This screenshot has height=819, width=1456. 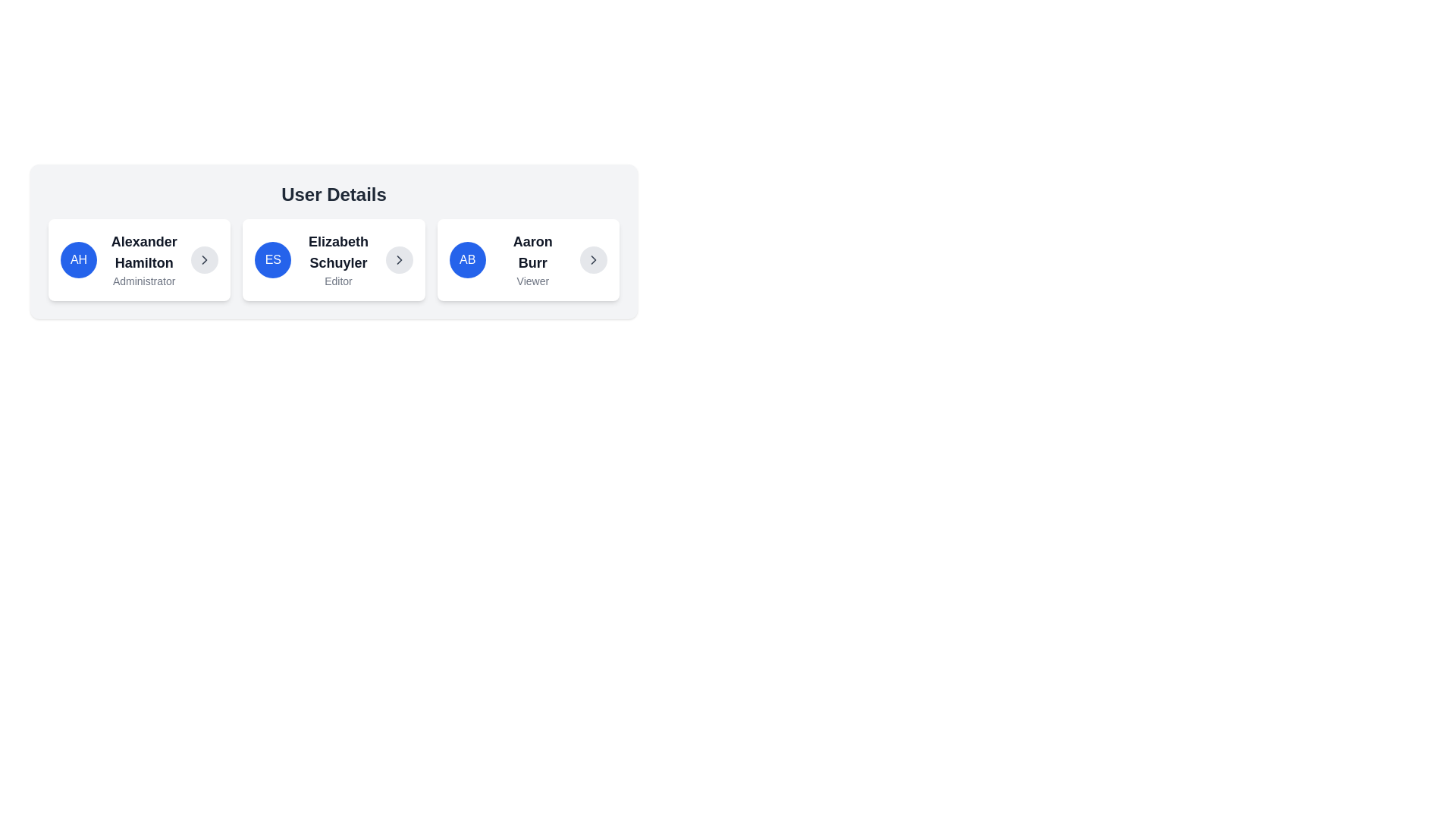 I want to click on the small circular button with a gray background and a right-pointing arrow icon located in the top-right corner of the card displaying information about 'Aaron Burr', so click(x=592, y=259).